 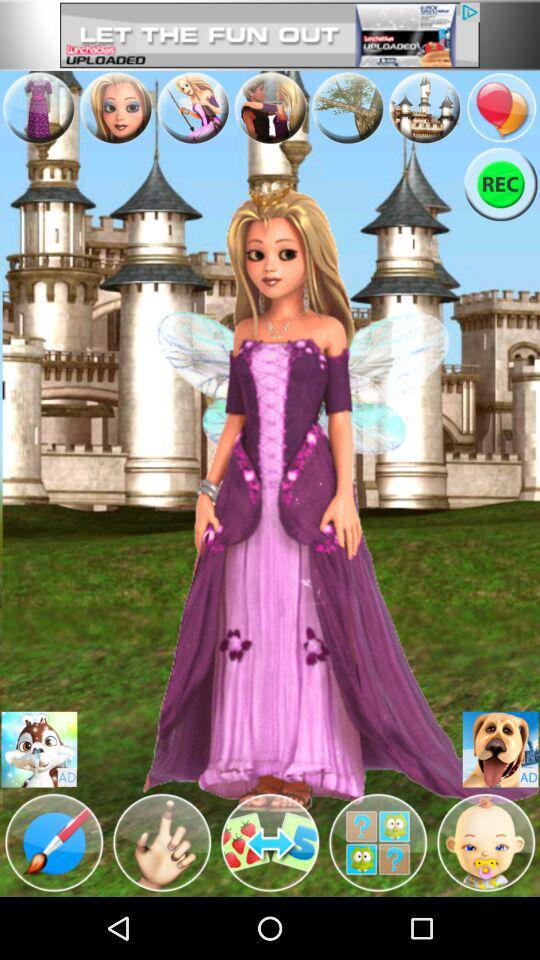 I want to click on the avatar icon, so click(x=38, y=115).